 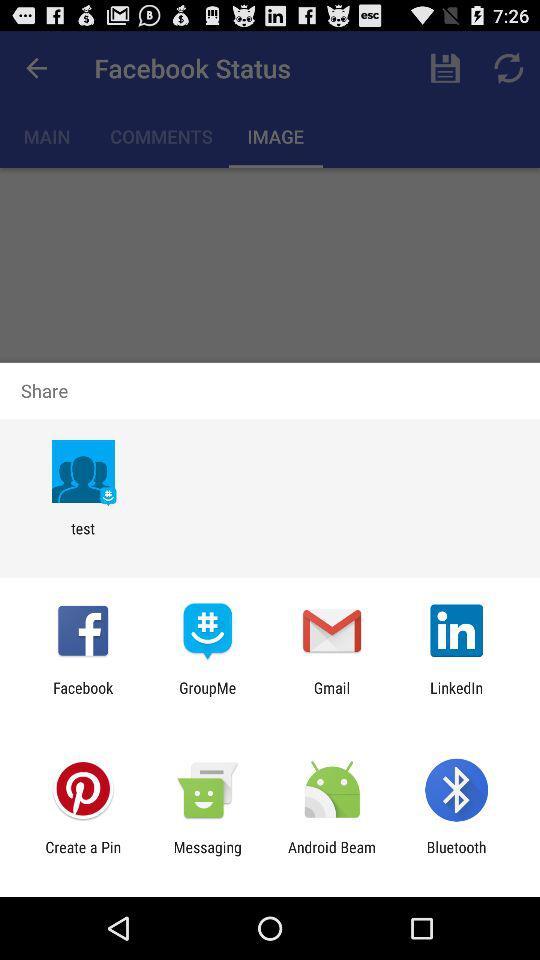 I want to click on icon next to the bluetooth, so click(x=332, y=855).